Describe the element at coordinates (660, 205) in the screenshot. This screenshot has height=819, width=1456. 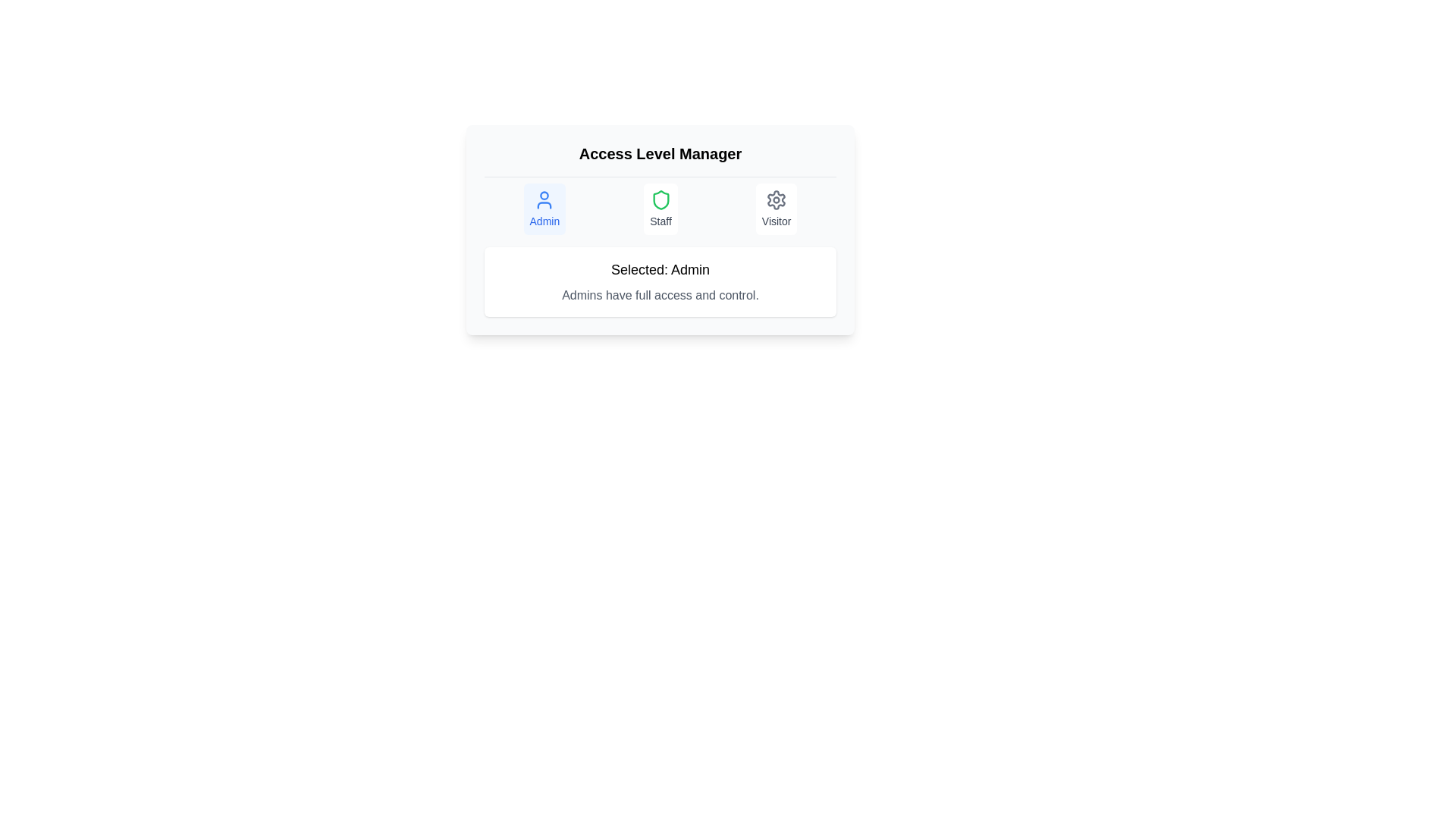
I see `the 'Staff' button in the Group of role selection buttons` at that location.